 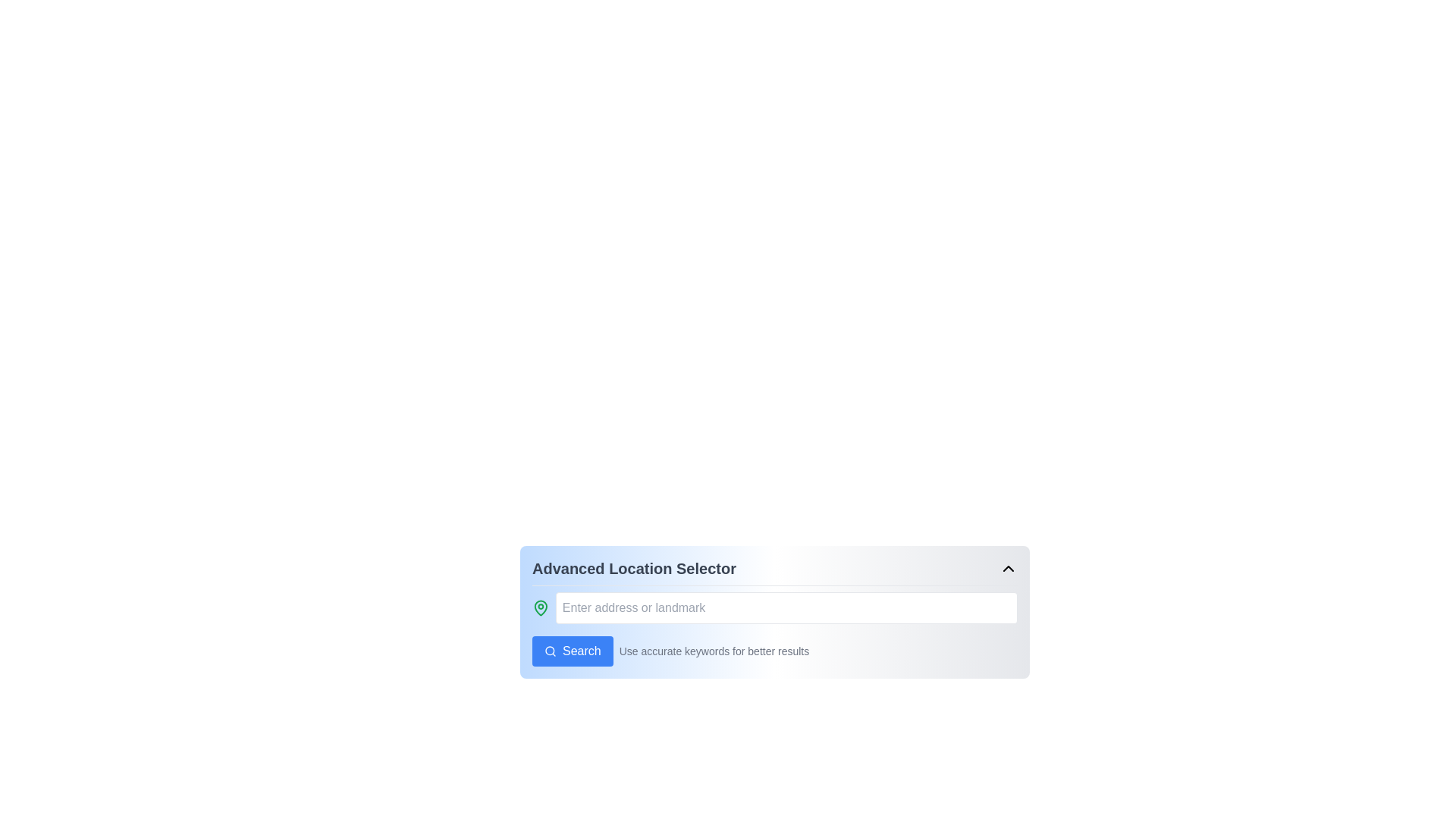 I want to click on the 'Search' button located within the 'Advanced Location Selector' component, so click(x=572, y=651).